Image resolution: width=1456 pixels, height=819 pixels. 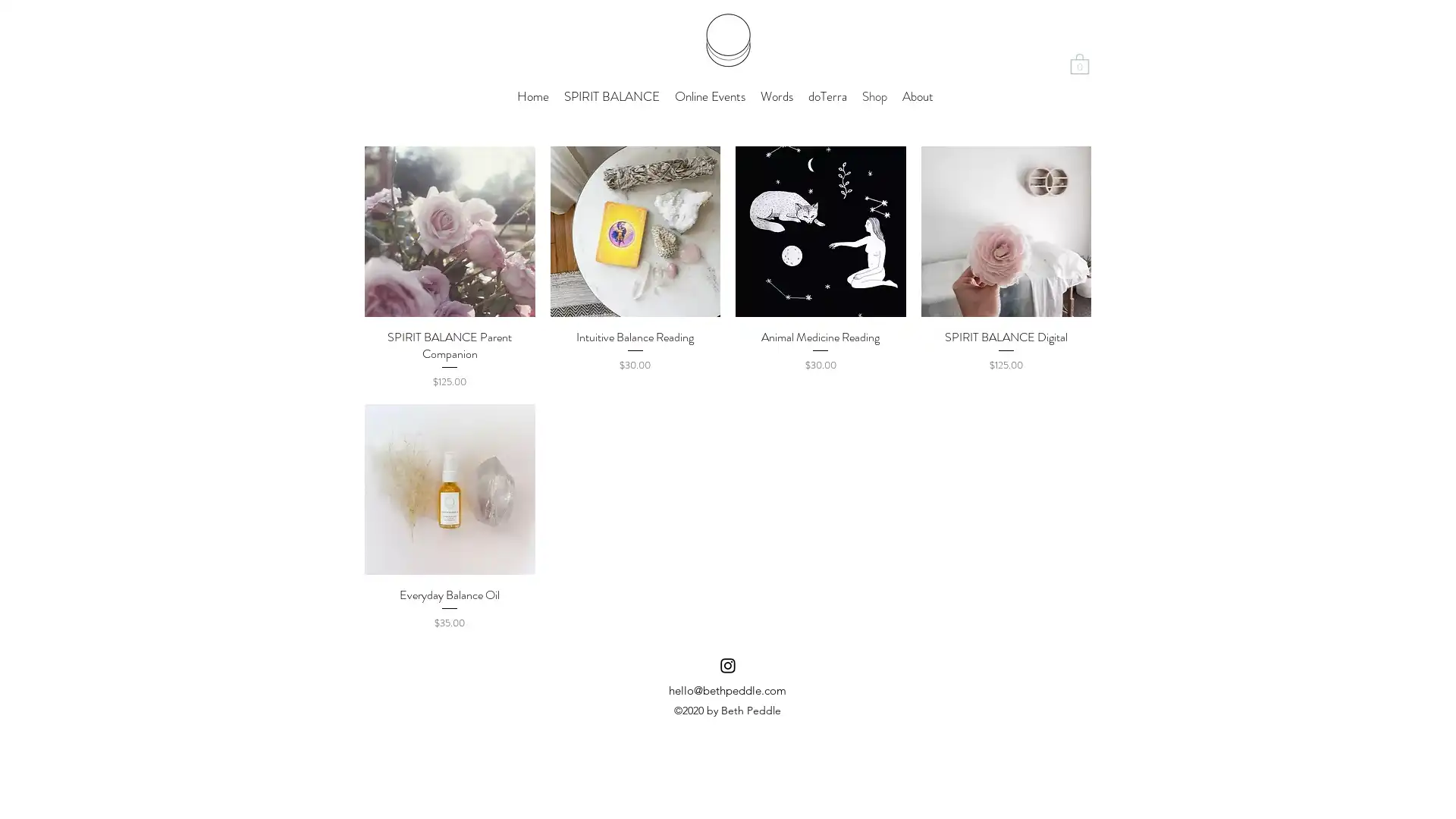 I want to click on Quick View, so click(x=635, y=334).